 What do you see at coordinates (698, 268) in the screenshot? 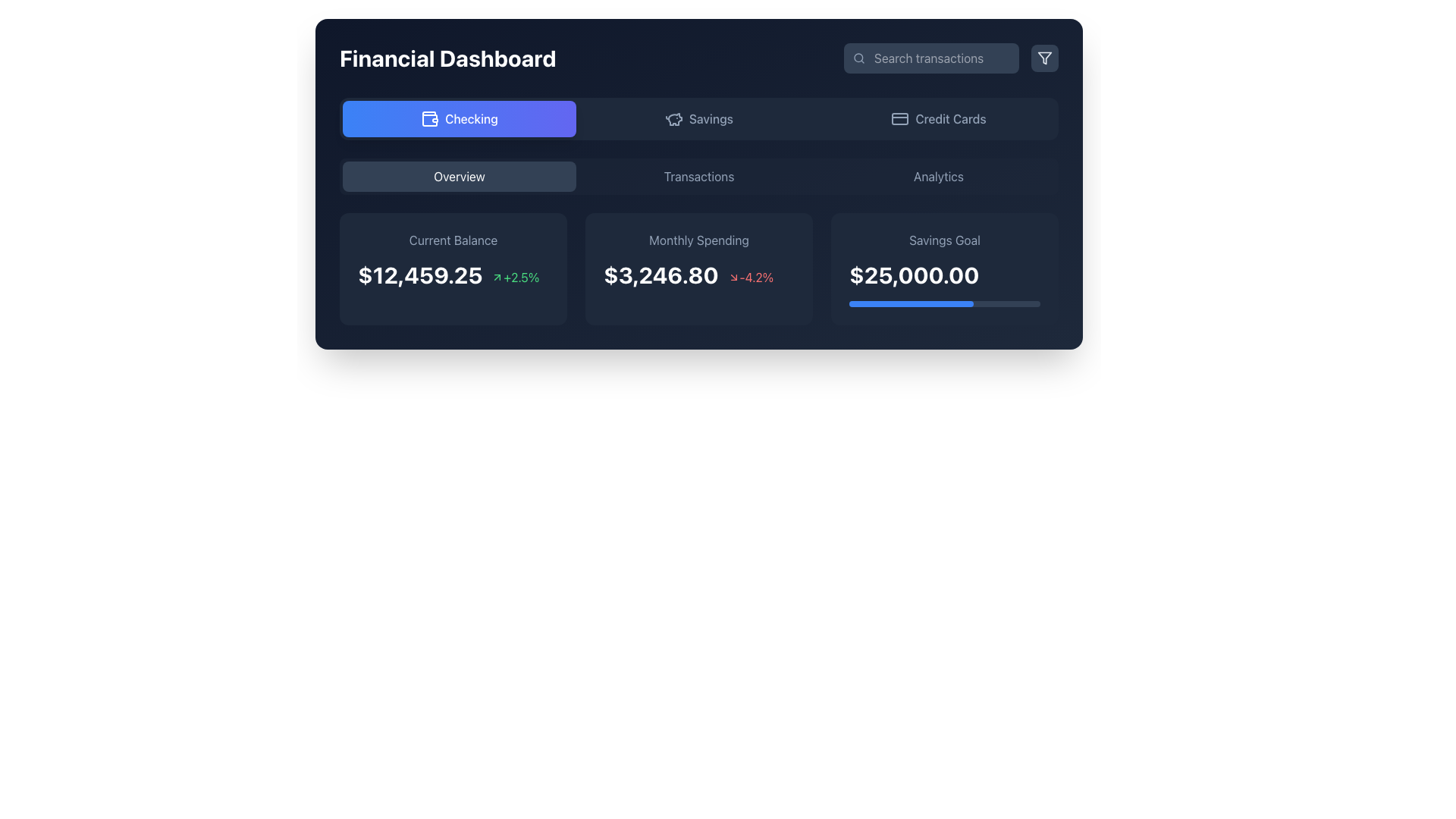
I see `the Informational Card that displays the current monthly spending figure and percentage change indicator, located in the center of a three-column grid` at bounding box center [698, 268].